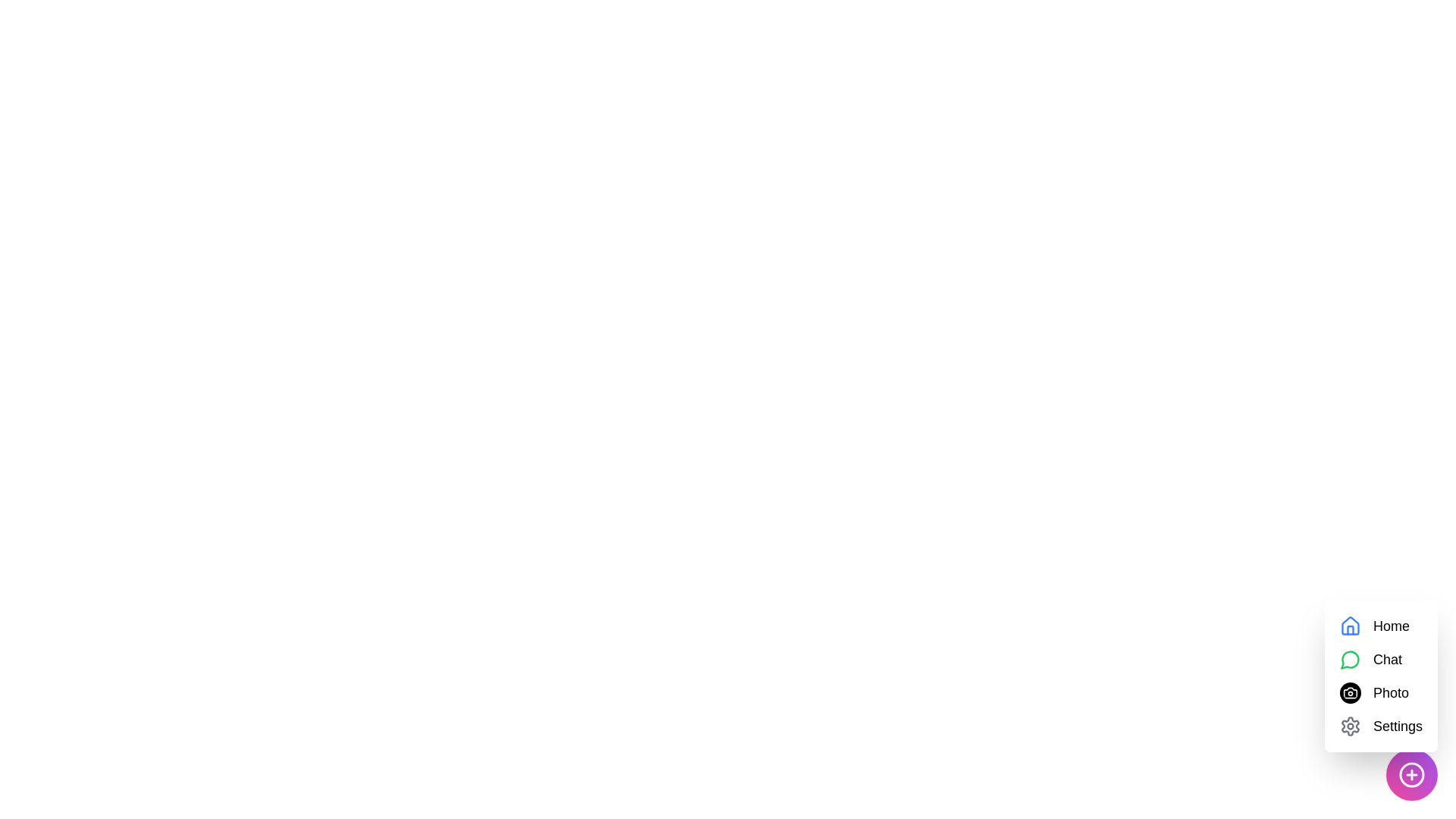  I want to click on the Chat option in the menu, so click(1380, 659).